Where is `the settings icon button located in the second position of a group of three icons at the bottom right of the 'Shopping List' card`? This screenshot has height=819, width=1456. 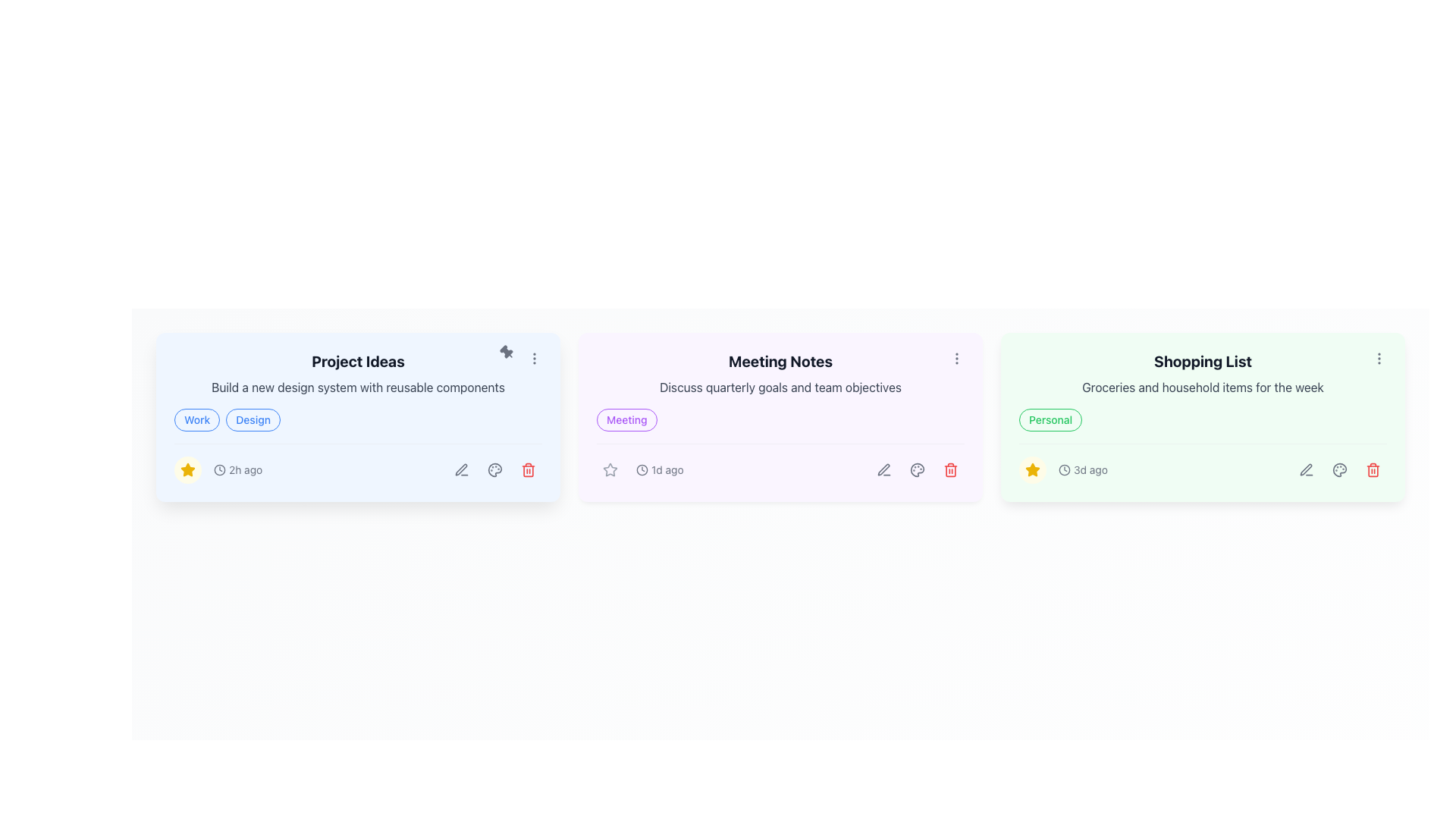 the settings icon button located in the second position of a group of three icons at the bottom right of the 'Shopping List' card is located at coordinates (1339, 469).